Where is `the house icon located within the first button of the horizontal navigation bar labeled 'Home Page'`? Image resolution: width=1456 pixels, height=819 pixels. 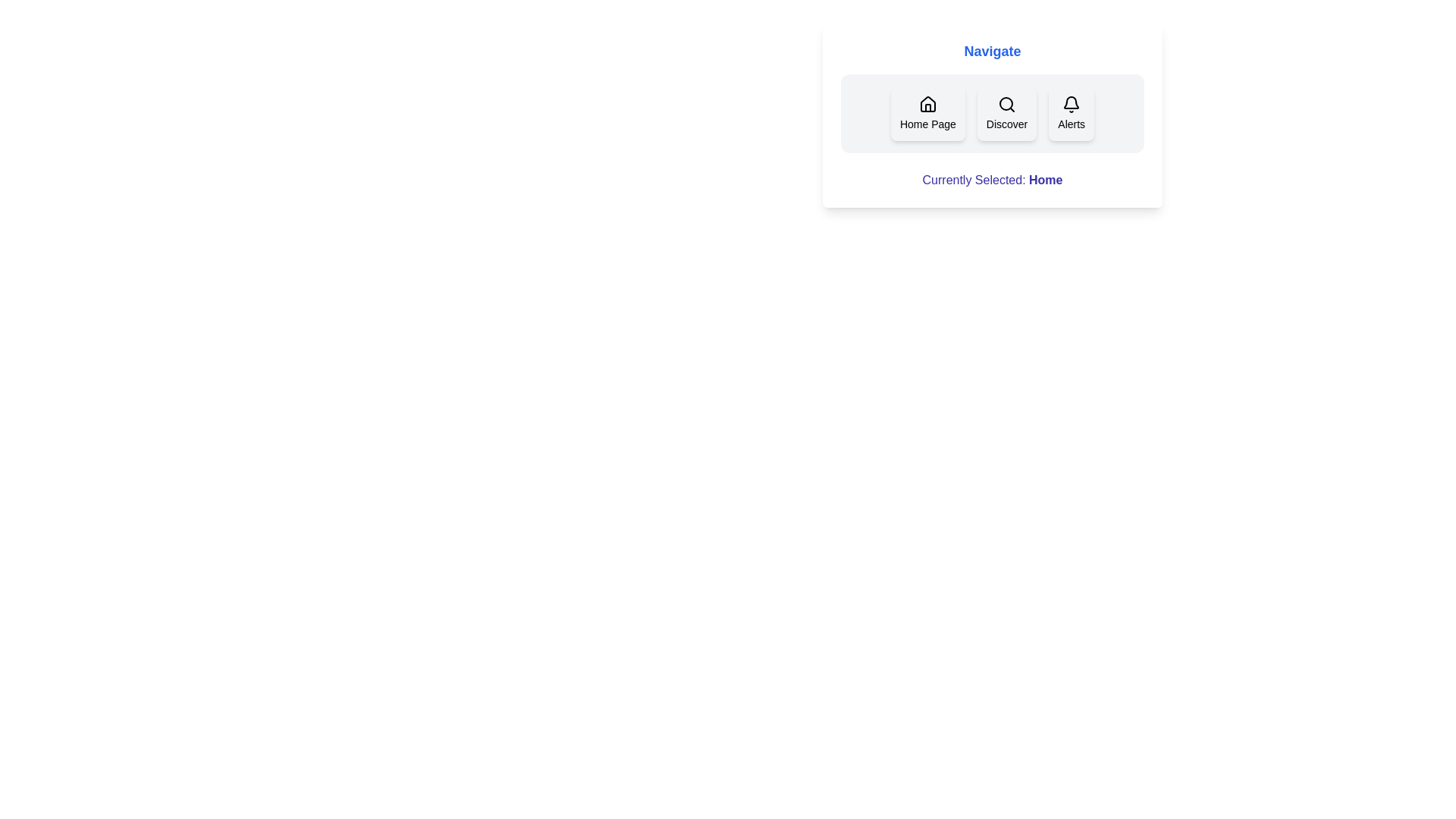
the house icon located within the first button of the horizontal navigation bar labeled 'Home Page' is located at coordinates (927, 103).